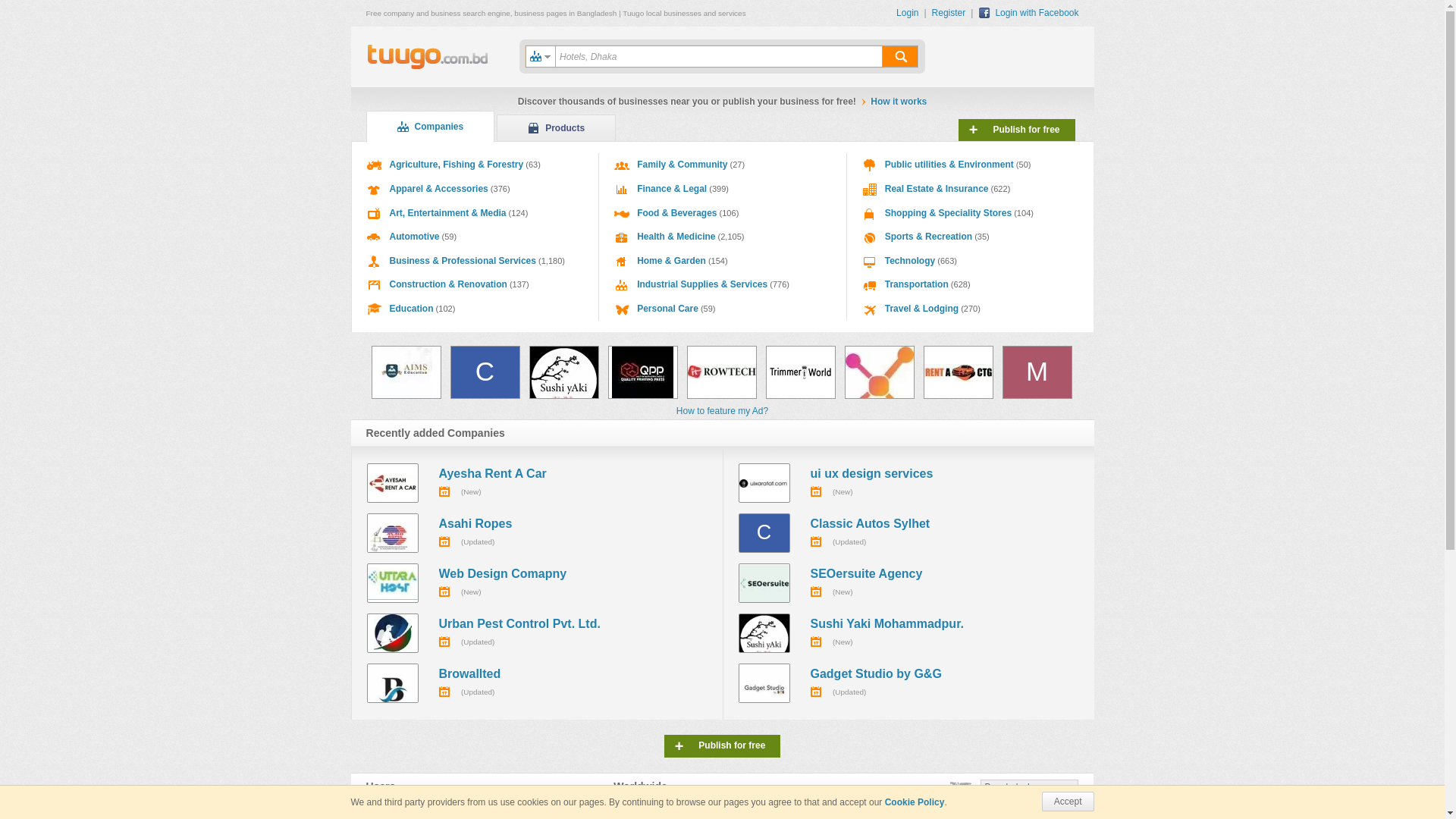 The width and height of the screenshot is (1456, 819). Describe the element at coordinates (496, 127) in the screenshot. I see `'Products'` at that location.